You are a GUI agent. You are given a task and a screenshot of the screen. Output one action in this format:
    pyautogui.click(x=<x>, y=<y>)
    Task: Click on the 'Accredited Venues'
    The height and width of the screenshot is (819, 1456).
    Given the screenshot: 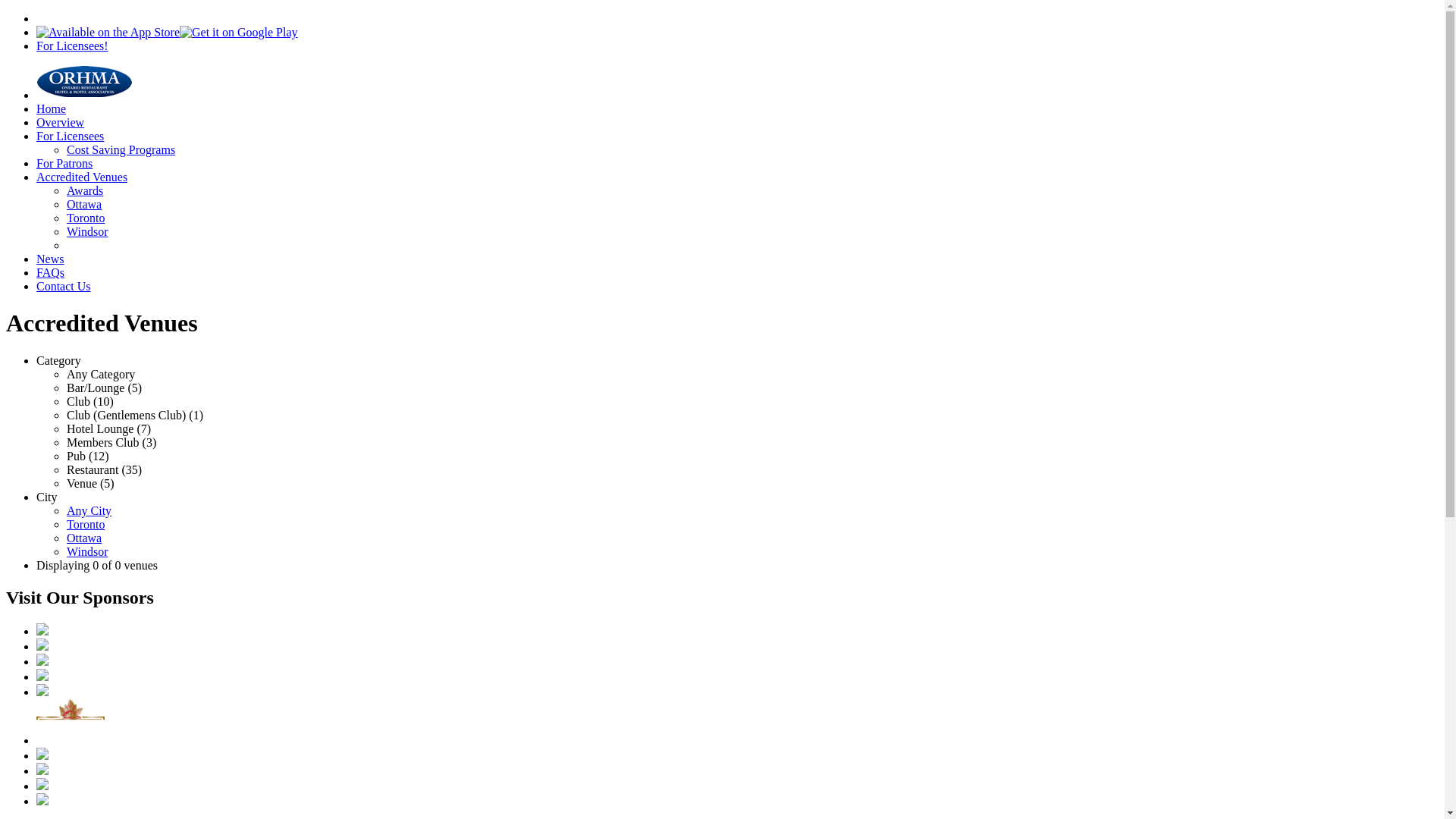 What is the action you would take?
    pyautogui.click(x=80, y=153)
    